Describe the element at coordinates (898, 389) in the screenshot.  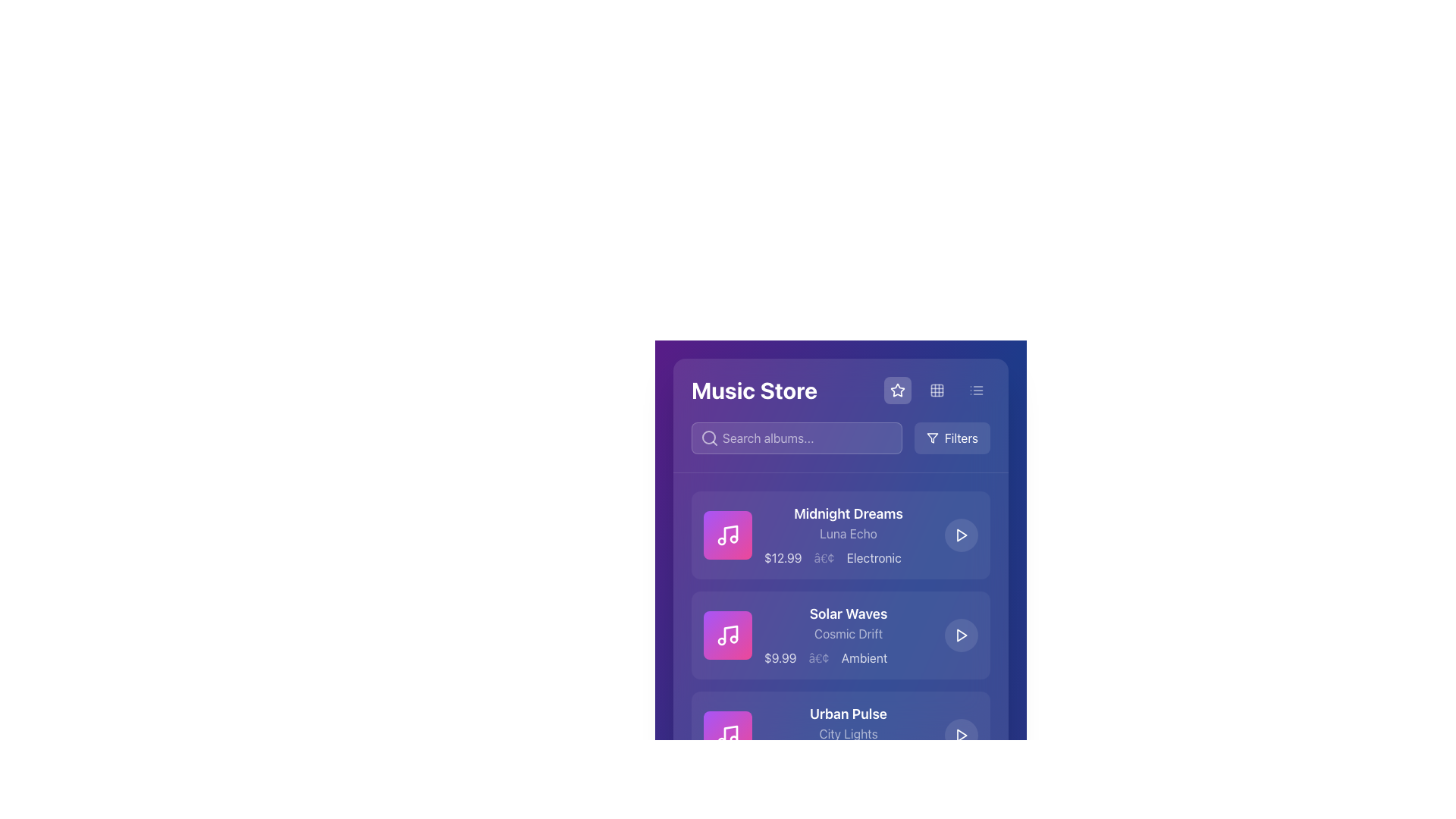
I see `the star-shaped icon with a hollow center located in the upper right section of the interface` at that location.